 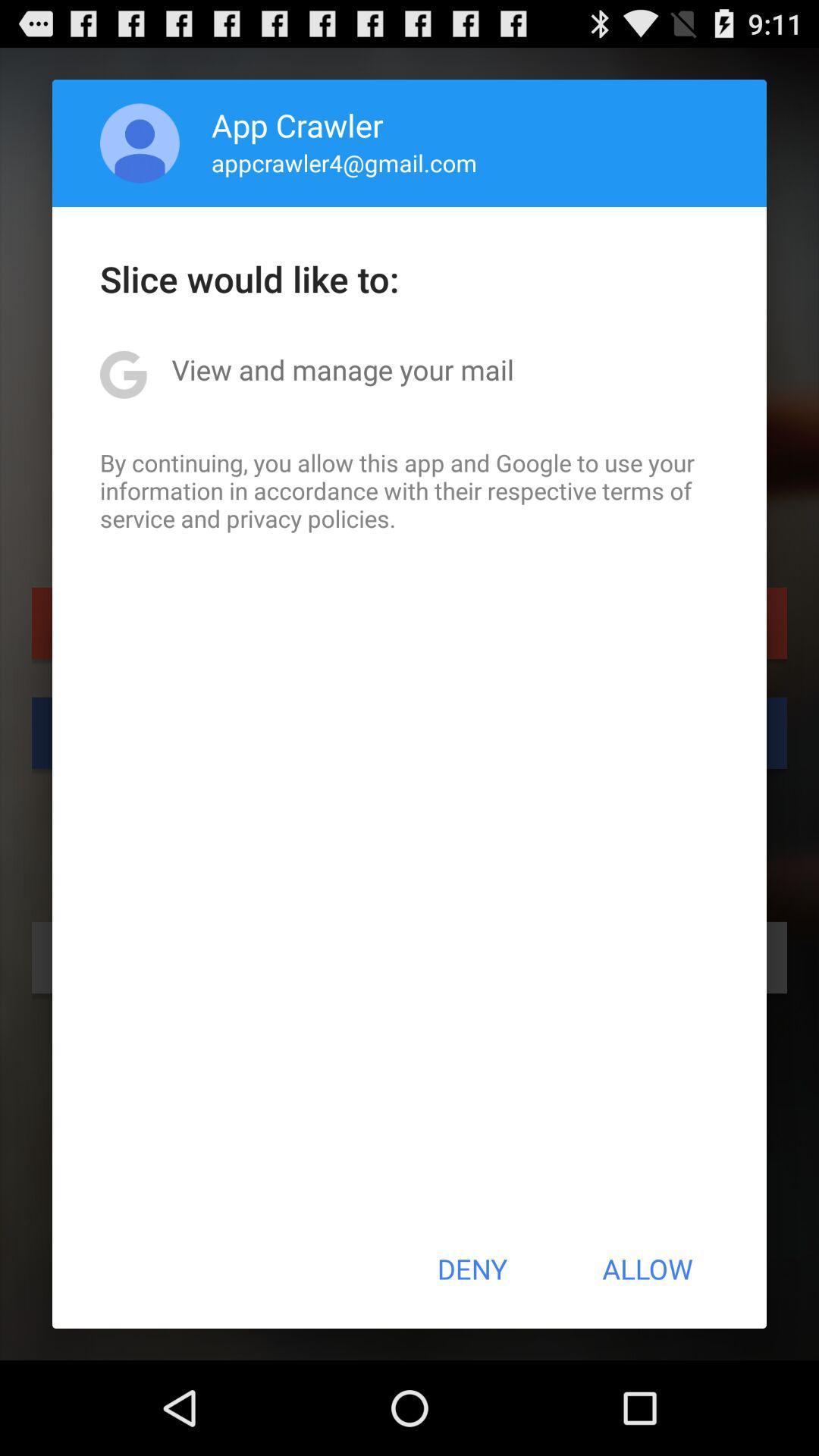 I want to click on appcrawler4@gmail.com app, so click(x=344, y=162).